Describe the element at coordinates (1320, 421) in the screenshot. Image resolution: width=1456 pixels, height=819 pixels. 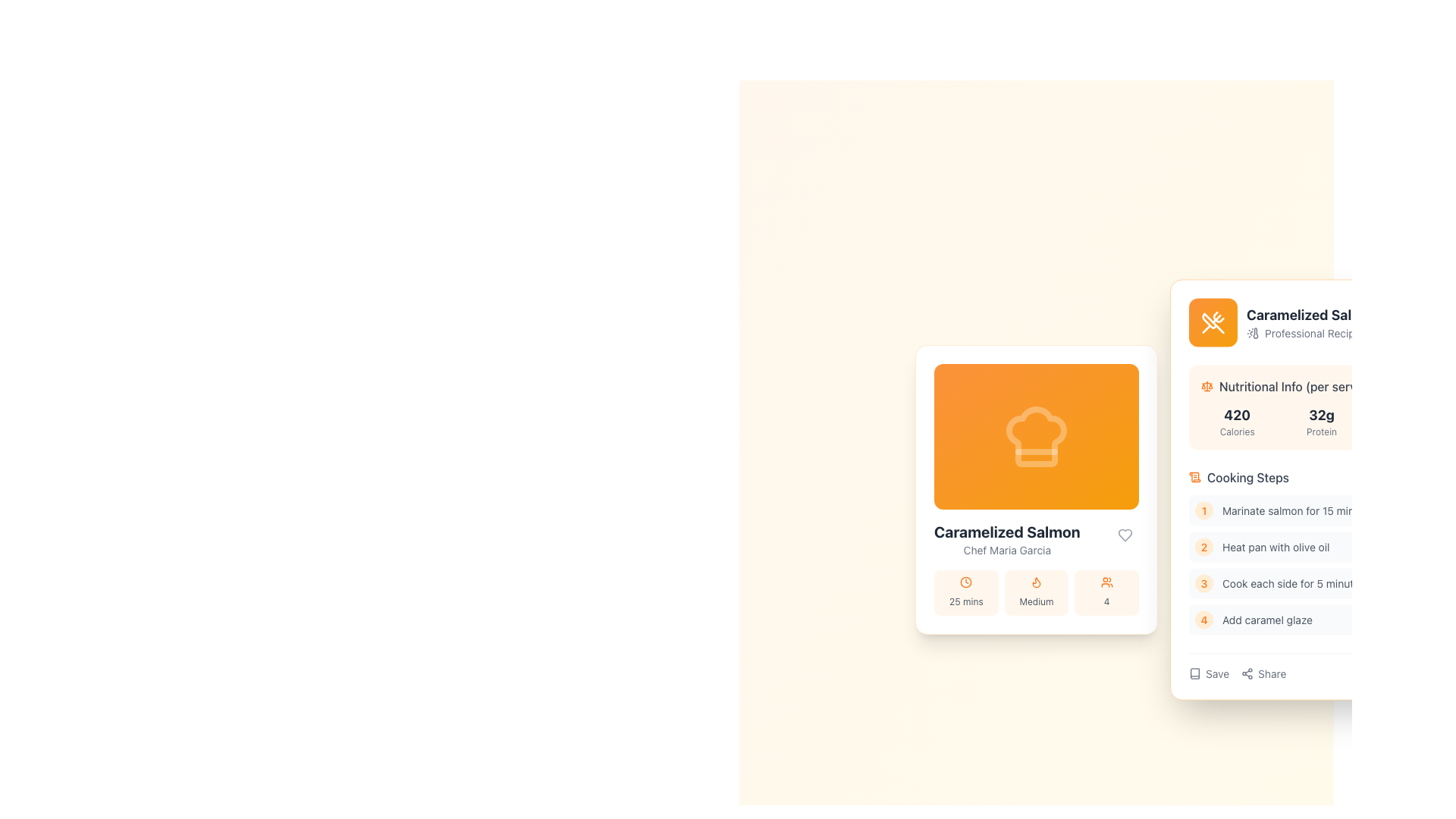
I see `the text block that communicates the protein content in a serving, which is located in the middle of three columns under 'Nutritional Info'` at that location.